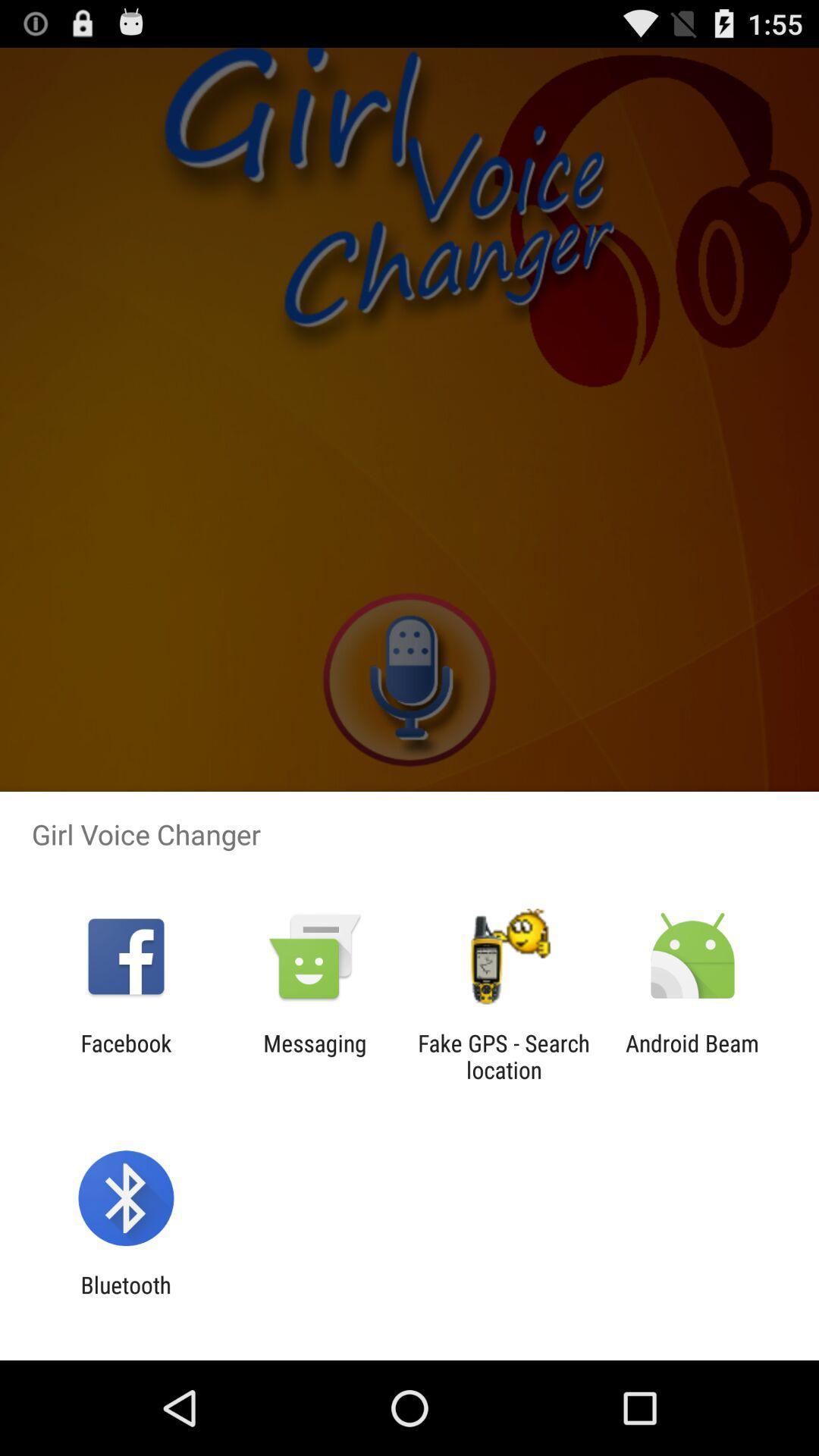  What do you see at coordinates (692, 1056) in the screenshot?
I see `the item to the right of the fake gps search app` at bounding box center [692, 1056].